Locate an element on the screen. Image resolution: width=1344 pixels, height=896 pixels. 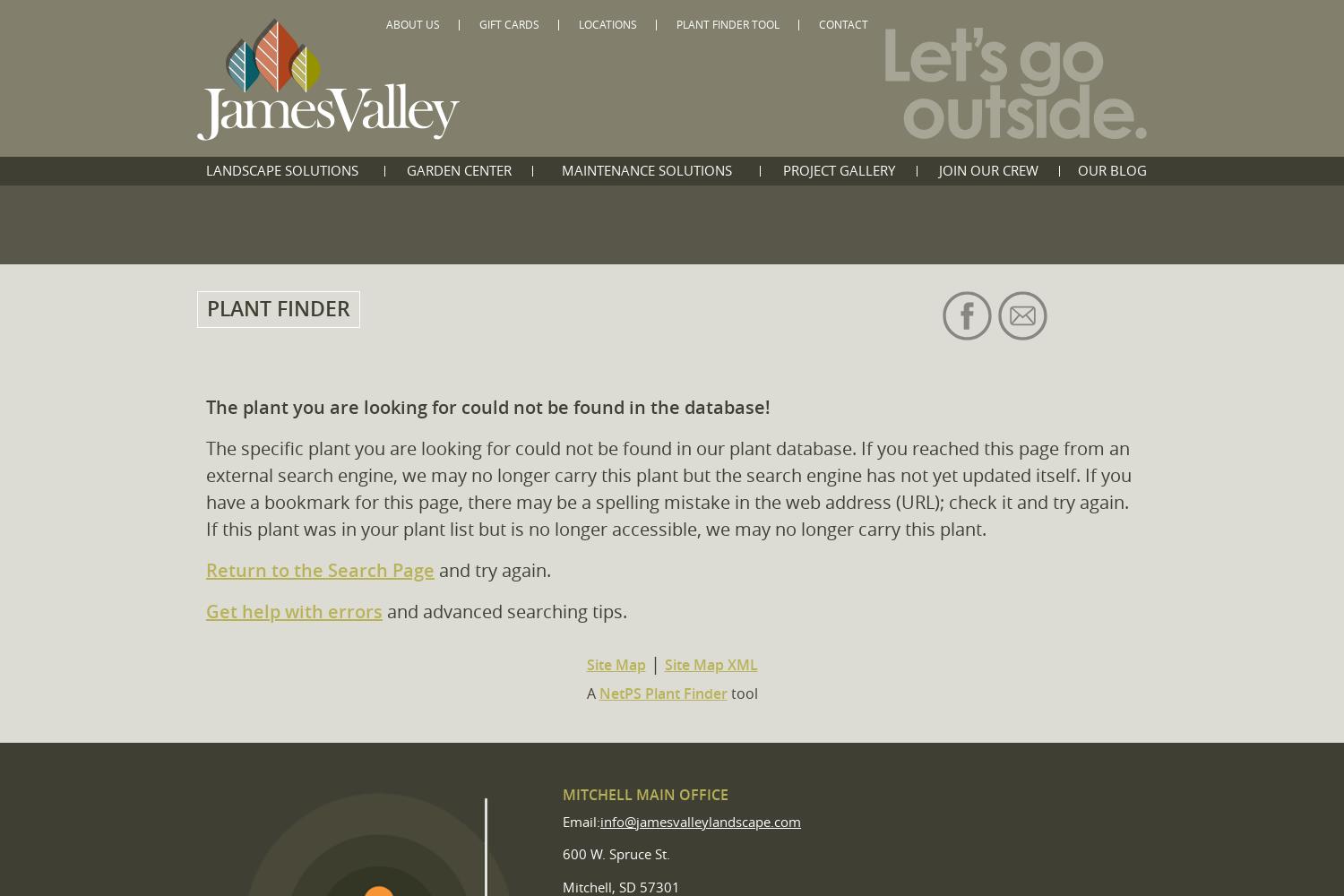
'600 W. Spruce St.' is located at coordinates (563, 853).